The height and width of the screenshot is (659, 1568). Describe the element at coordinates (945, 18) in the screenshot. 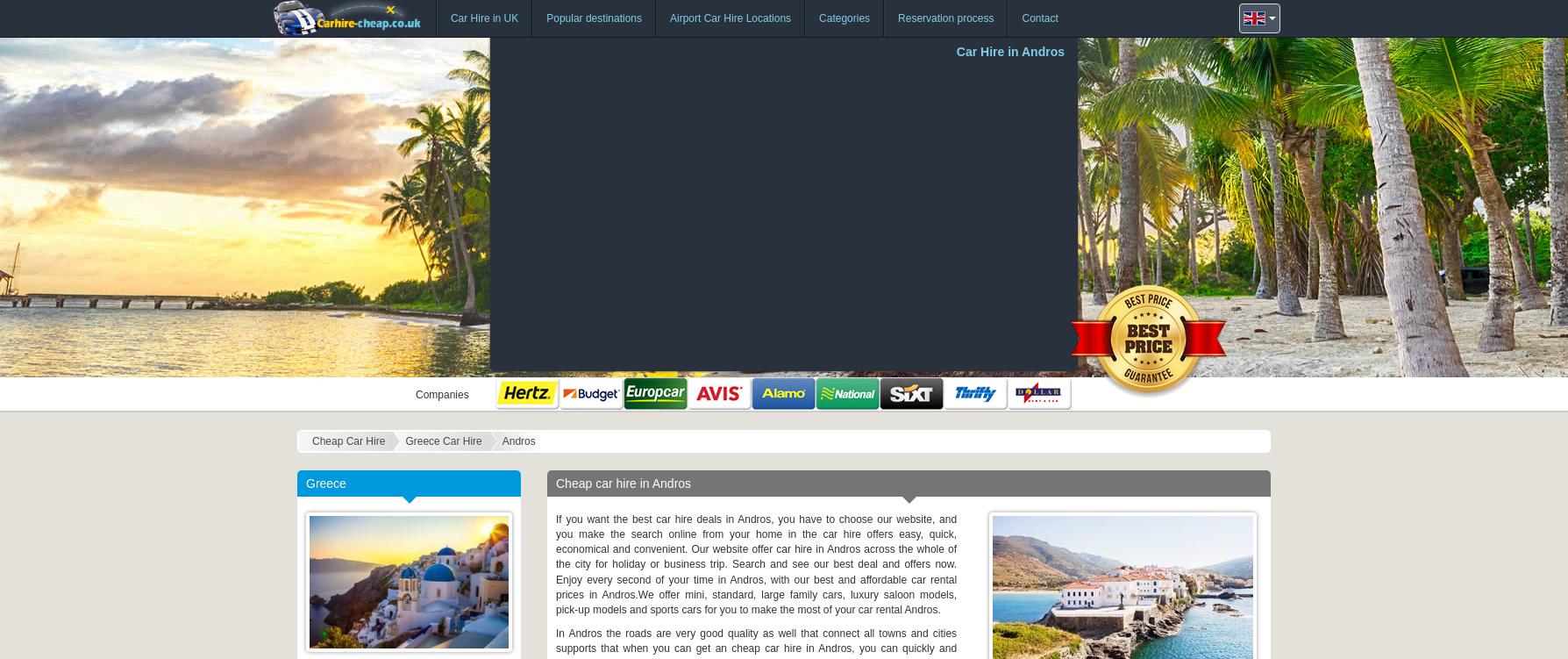

I see `'Reservation process'` at that location.